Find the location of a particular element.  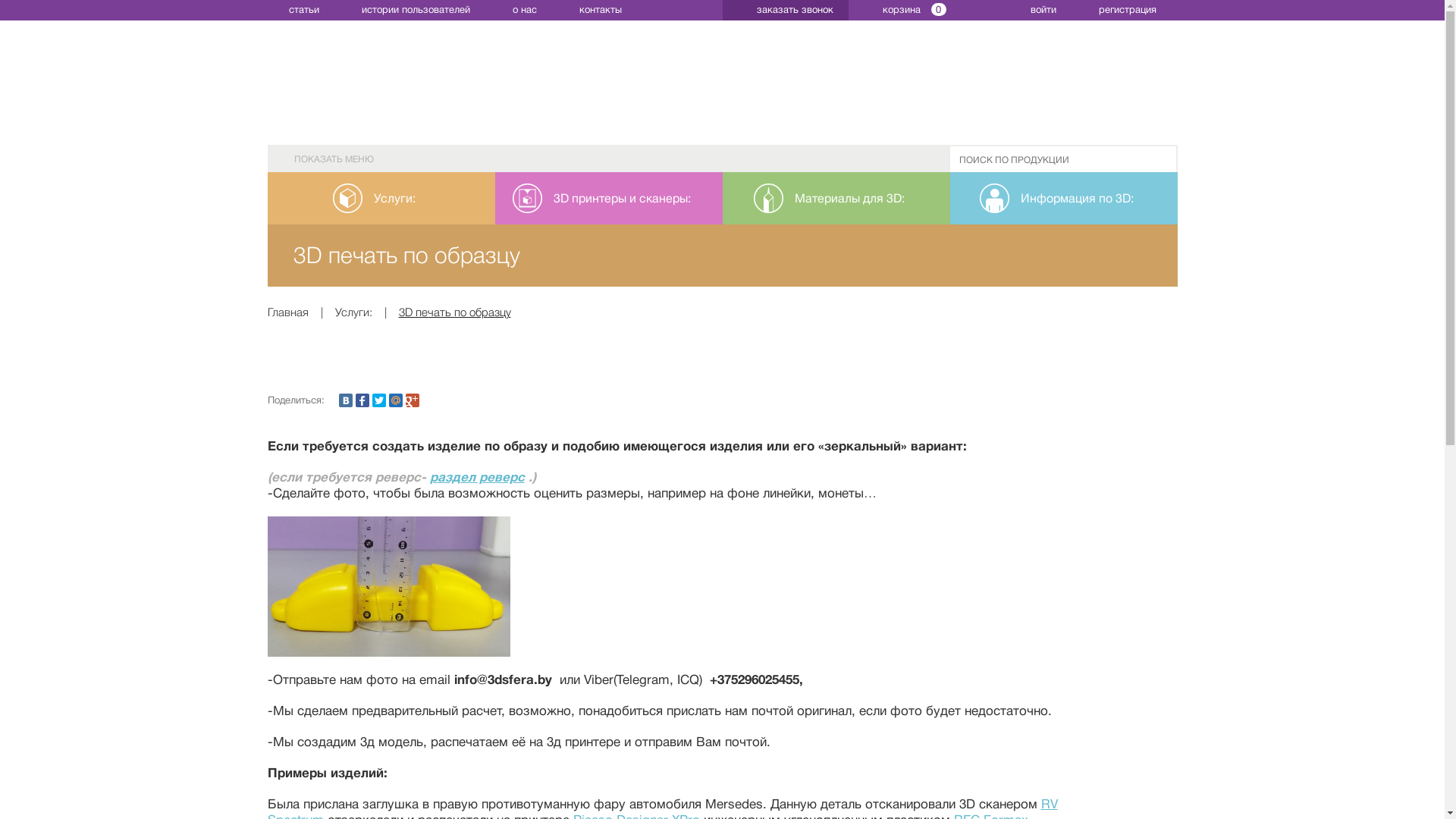

'Google Plus' is located at coordinates (404, 400).